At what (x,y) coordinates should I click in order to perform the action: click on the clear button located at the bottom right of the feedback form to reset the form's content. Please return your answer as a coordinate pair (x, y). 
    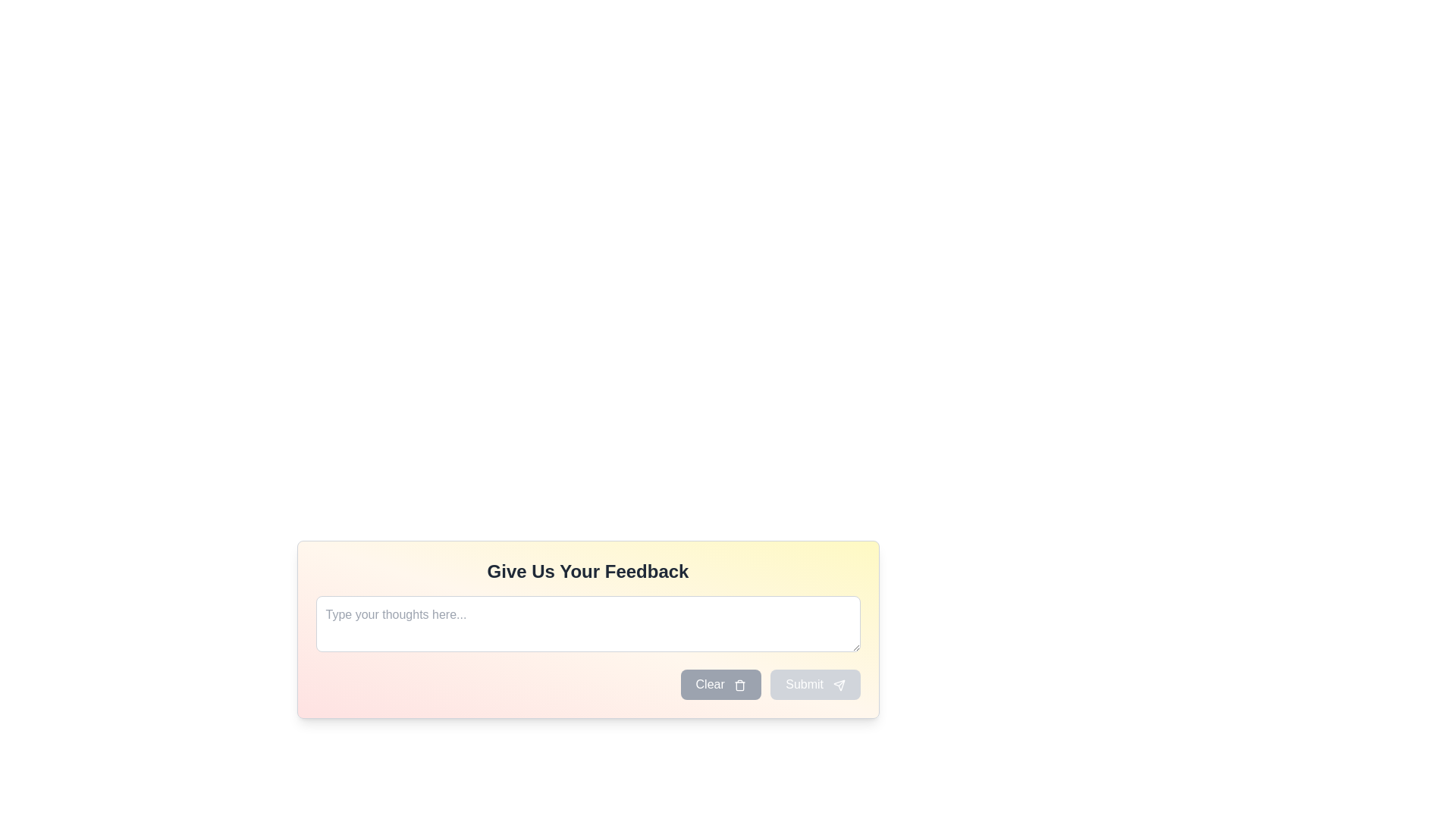
    Looking at the image, I should click on (720, 684).